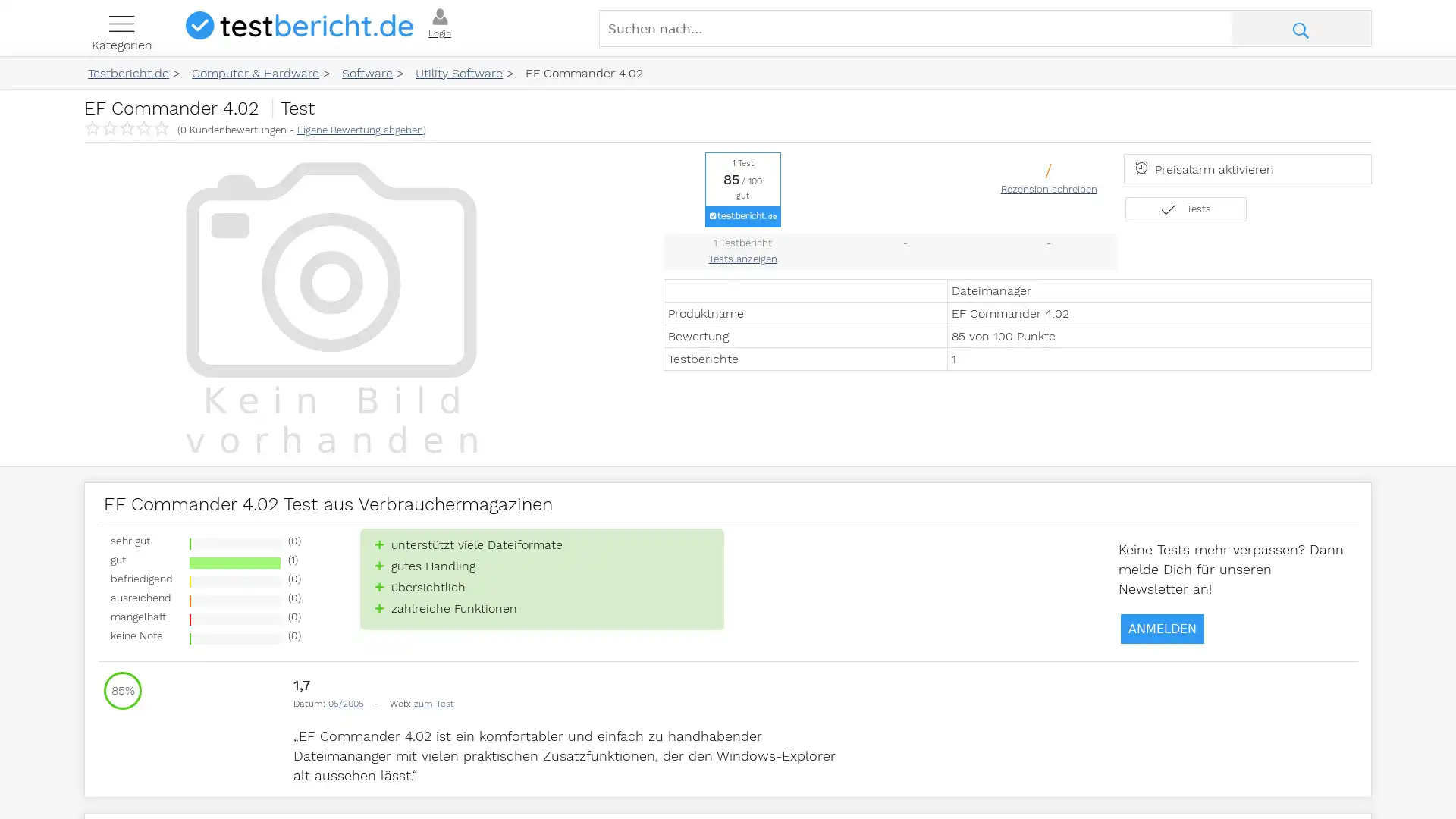 The height and width of the screenshot is (819, 1456). Describe the element at coordinates (1299, 28) in the screenshot. I see `Suche abschicken` at that location.